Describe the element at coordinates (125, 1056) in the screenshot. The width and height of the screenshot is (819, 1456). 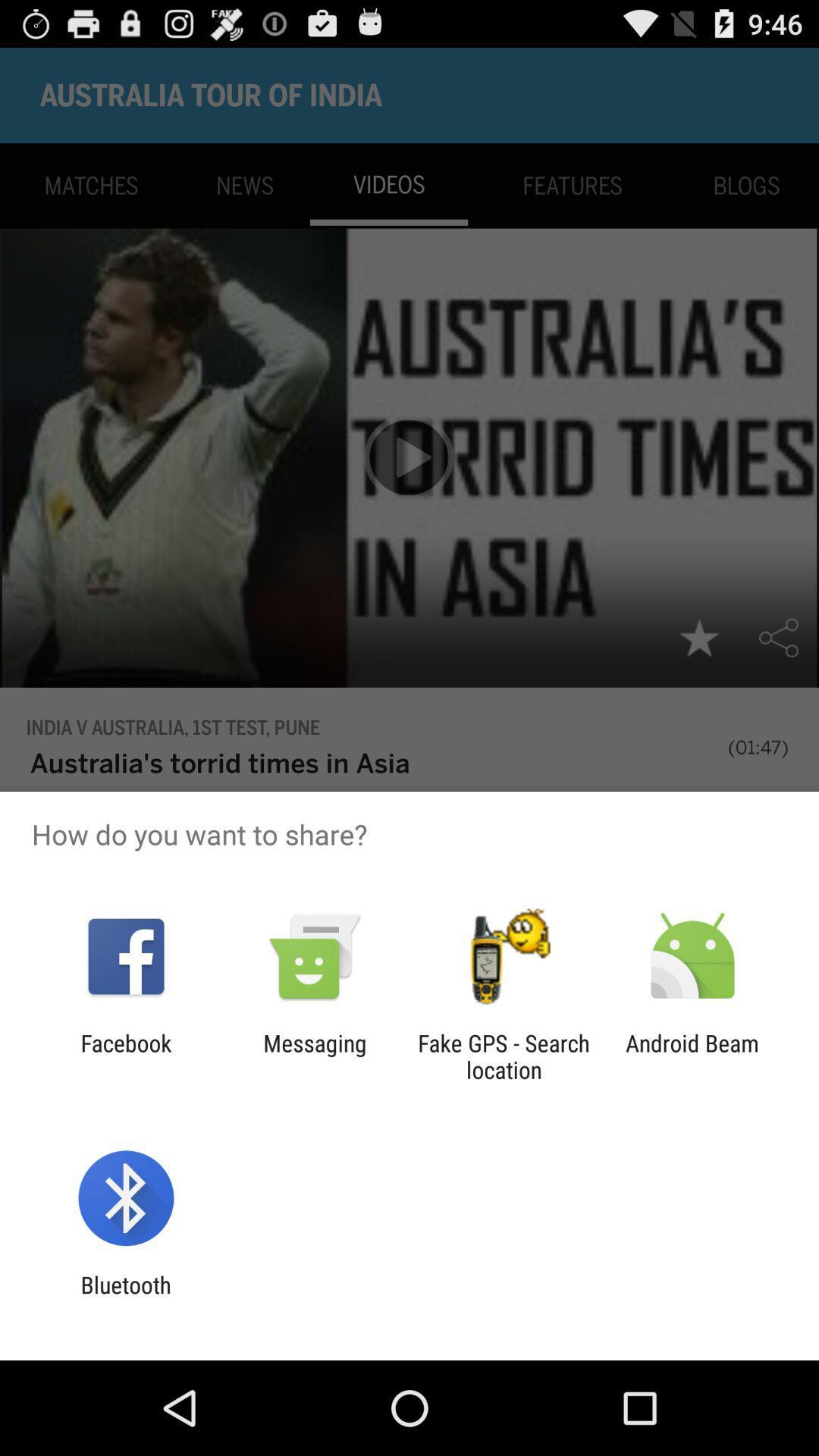
I see `facebook` at that location.